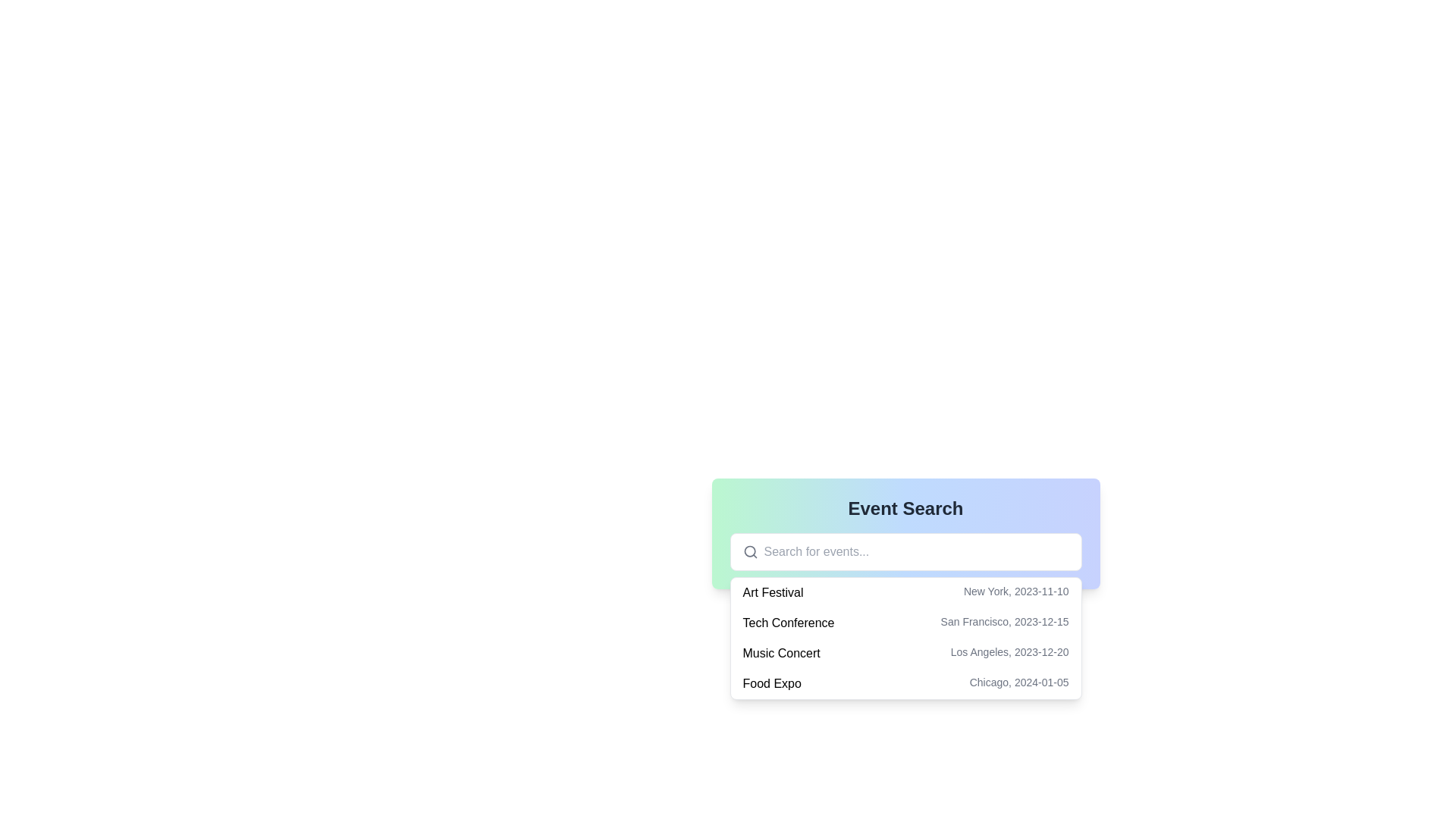  I want to click on the 'Food Expo' list item in the dropdown menu, which is the fourth item below 'Music Concert', featuring a bold title and a smaller gray subtitle, so click(905, 684).